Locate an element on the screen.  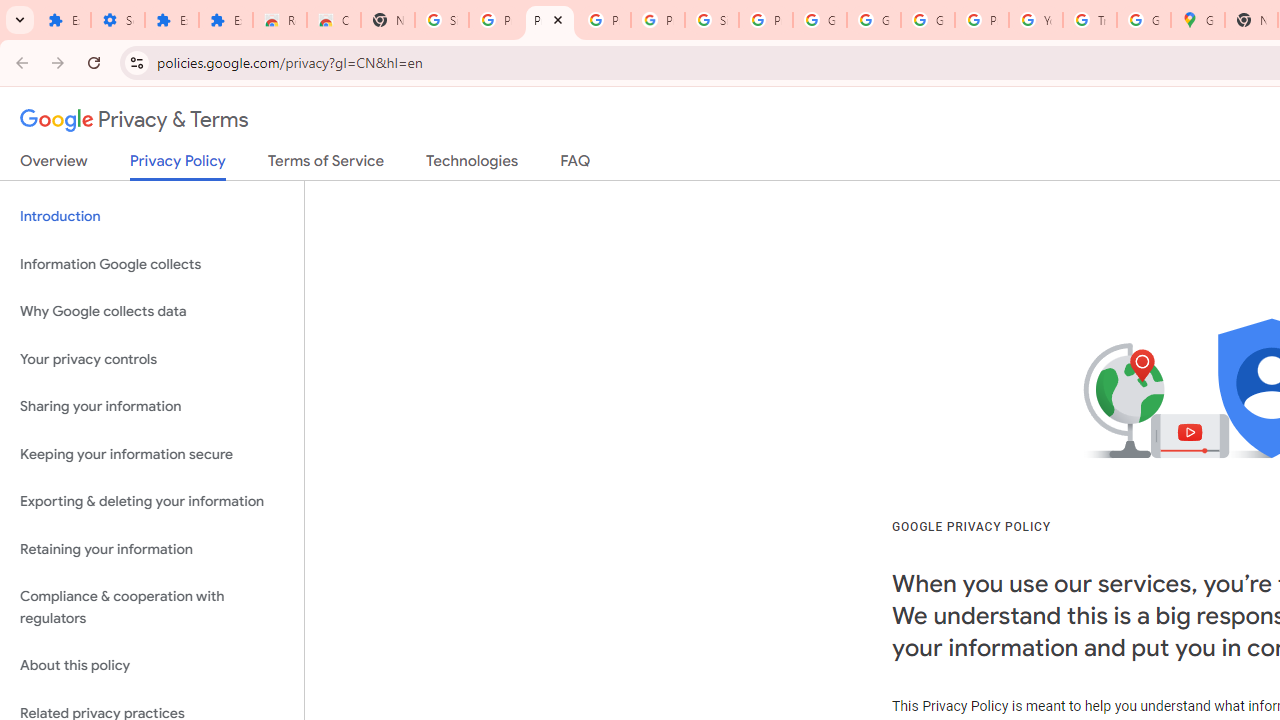
'Sign in - Google Accounts' is located at coordinates (440, 20).